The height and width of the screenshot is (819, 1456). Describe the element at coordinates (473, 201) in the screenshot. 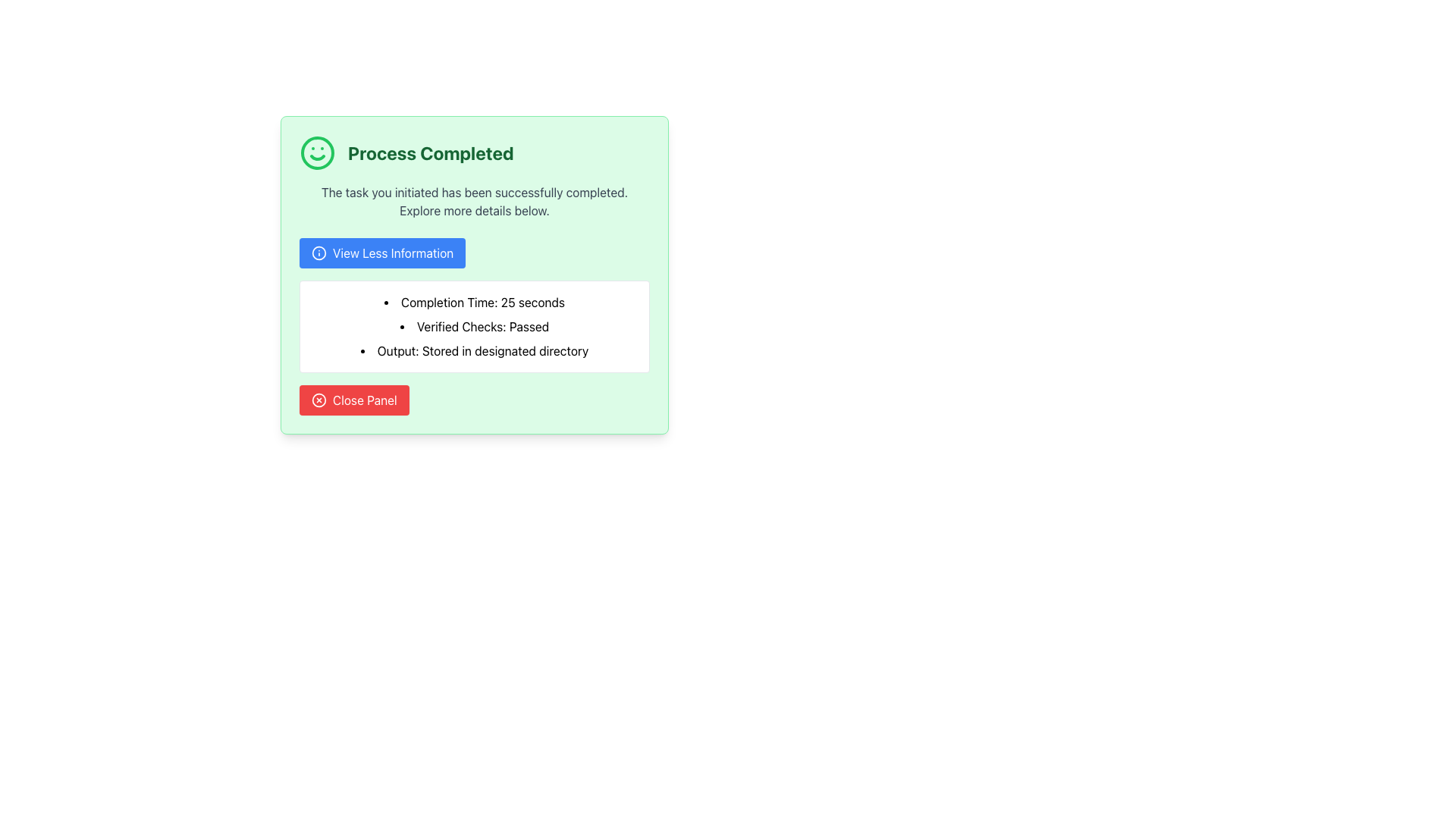

I see `the status message text that indicates the successful completion of a task, located beneath the 'Process Completed' title and above the 'View Less Information' button` at that location.